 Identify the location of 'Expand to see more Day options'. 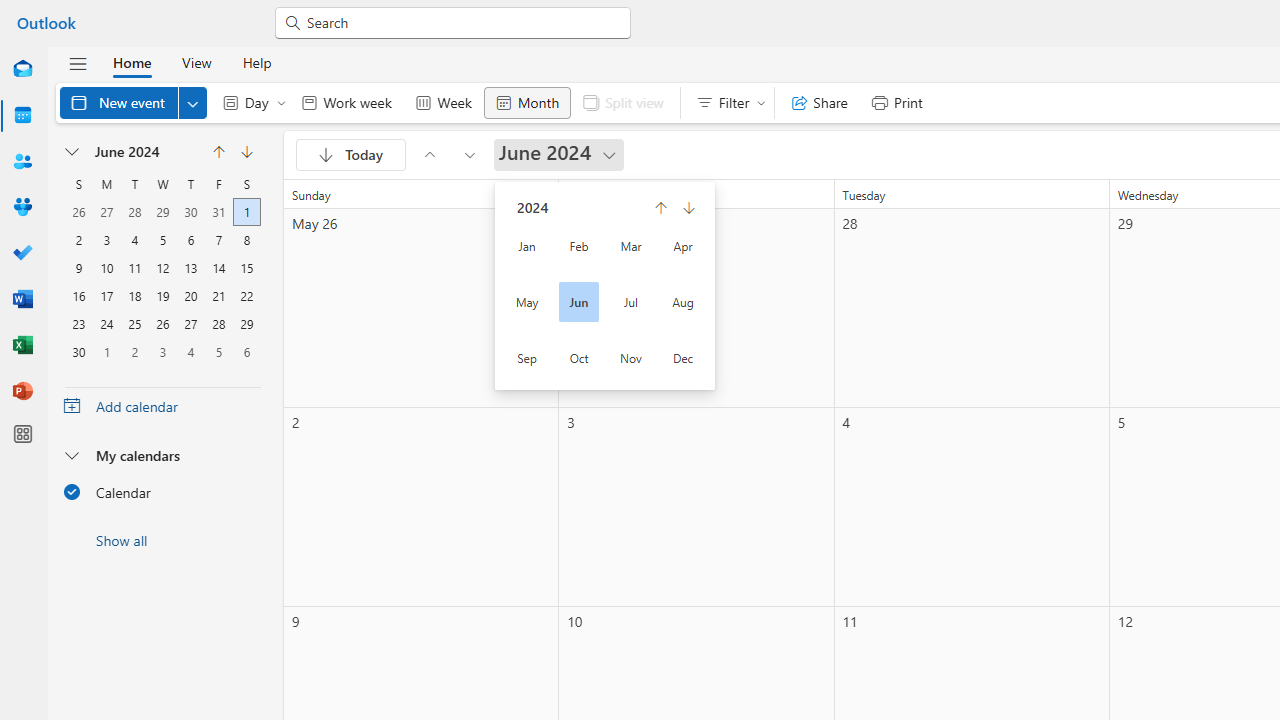
(280, 102).